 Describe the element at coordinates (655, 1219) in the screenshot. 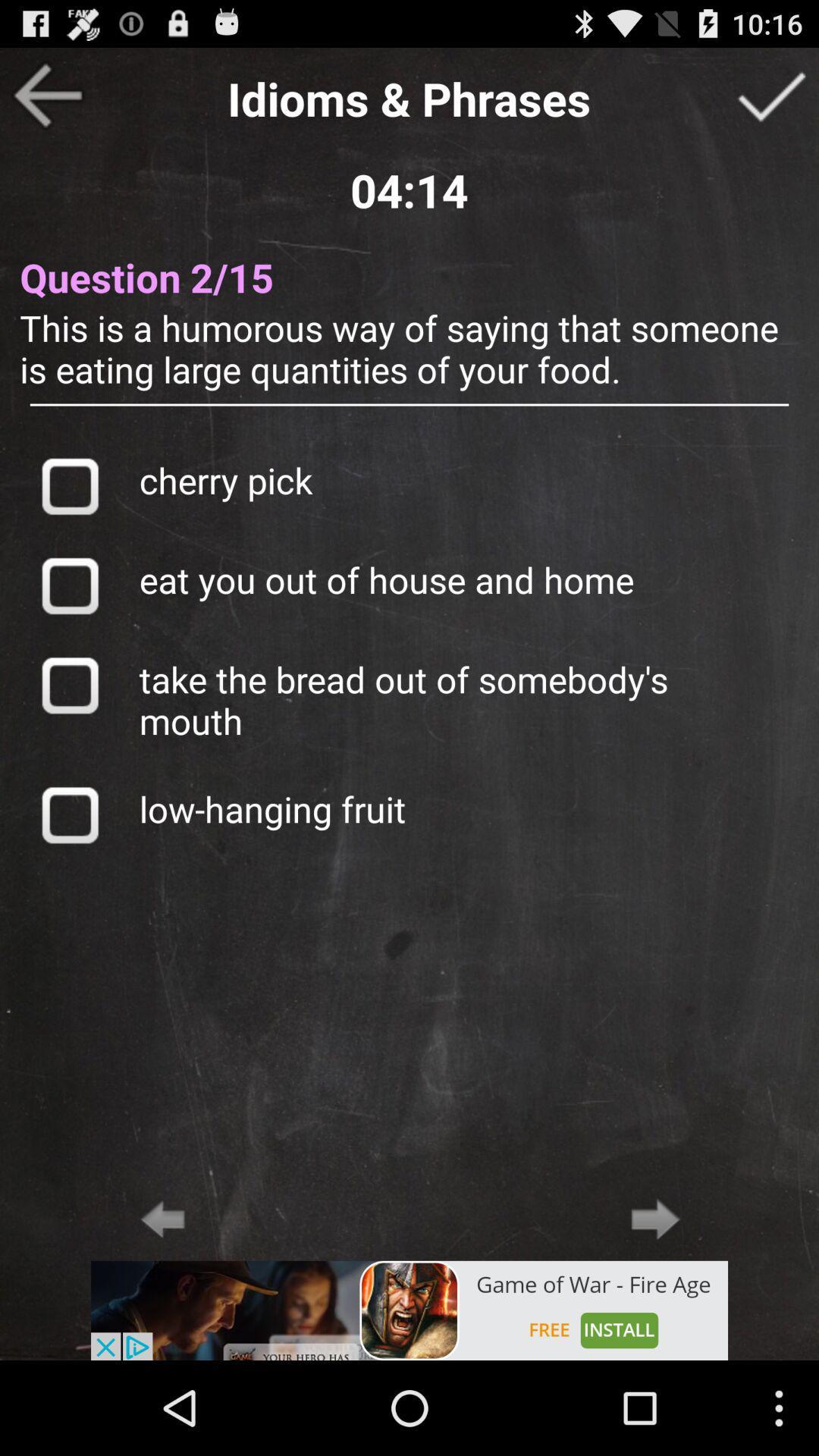

I see `next arrow icon` at that location.